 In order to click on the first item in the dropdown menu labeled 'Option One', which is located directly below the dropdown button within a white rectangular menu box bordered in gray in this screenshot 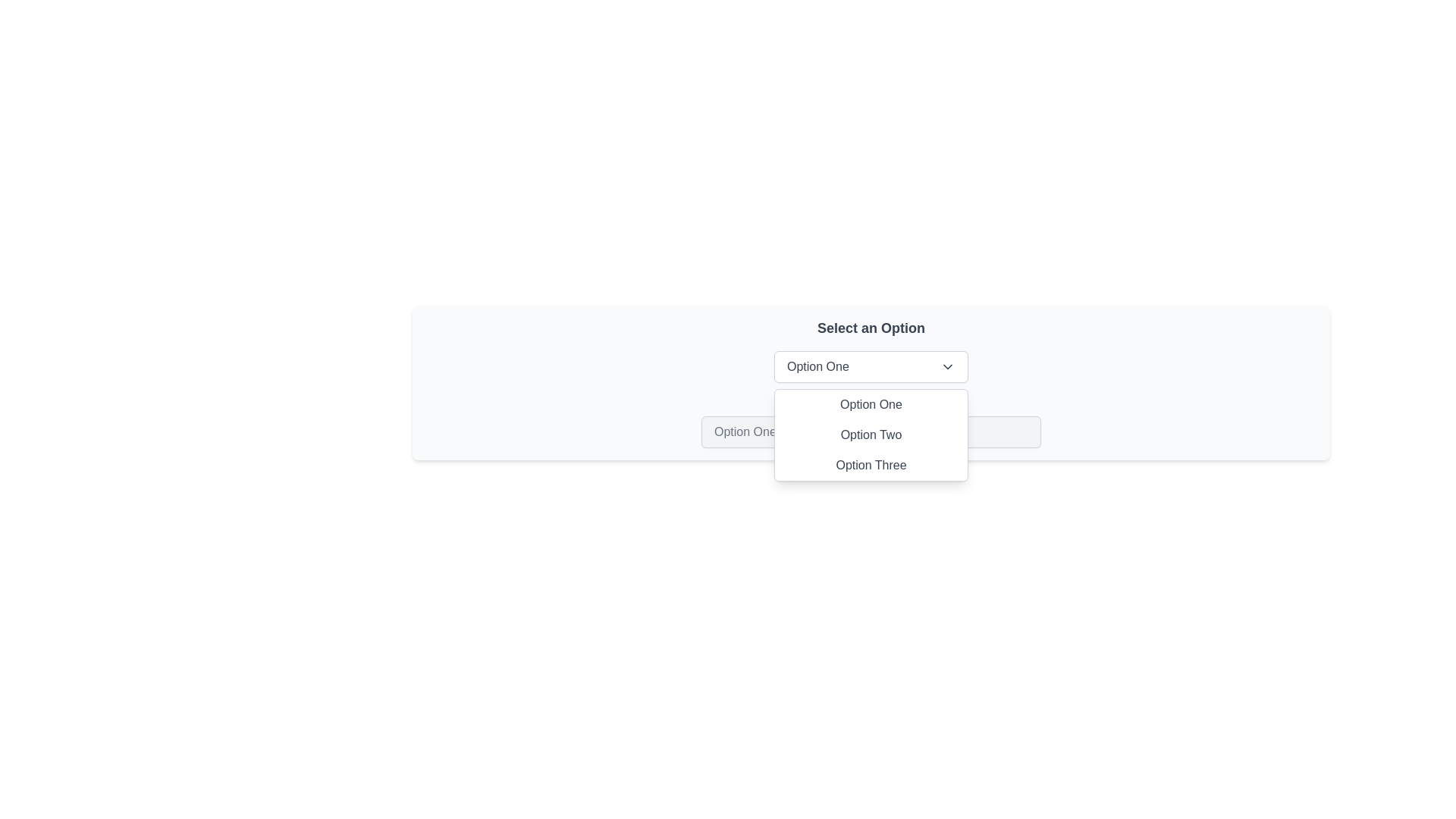, I will do `click(871, 403)`.